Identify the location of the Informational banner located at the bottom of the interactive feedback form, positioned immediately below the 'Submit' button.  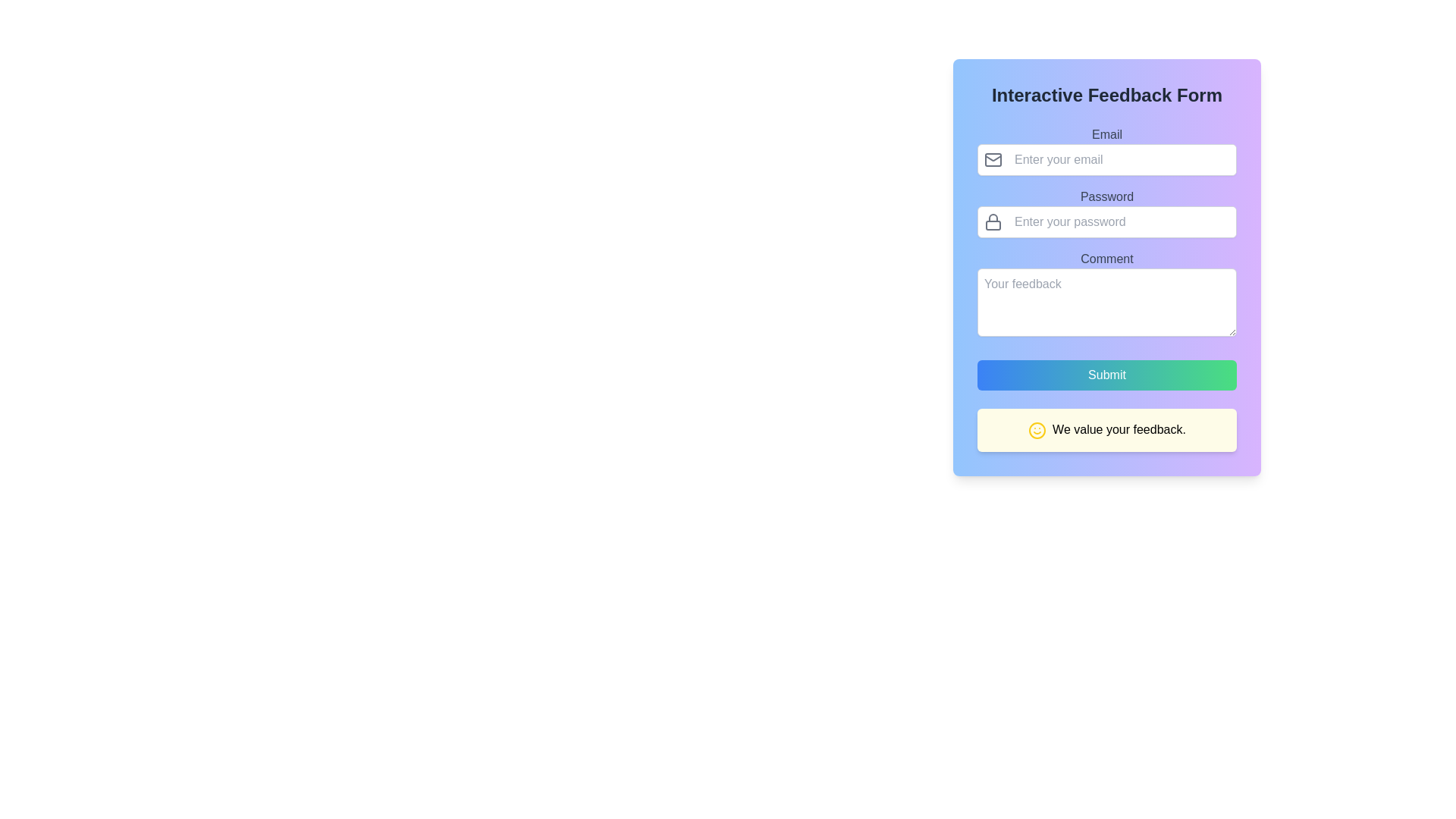
(1106, 430).